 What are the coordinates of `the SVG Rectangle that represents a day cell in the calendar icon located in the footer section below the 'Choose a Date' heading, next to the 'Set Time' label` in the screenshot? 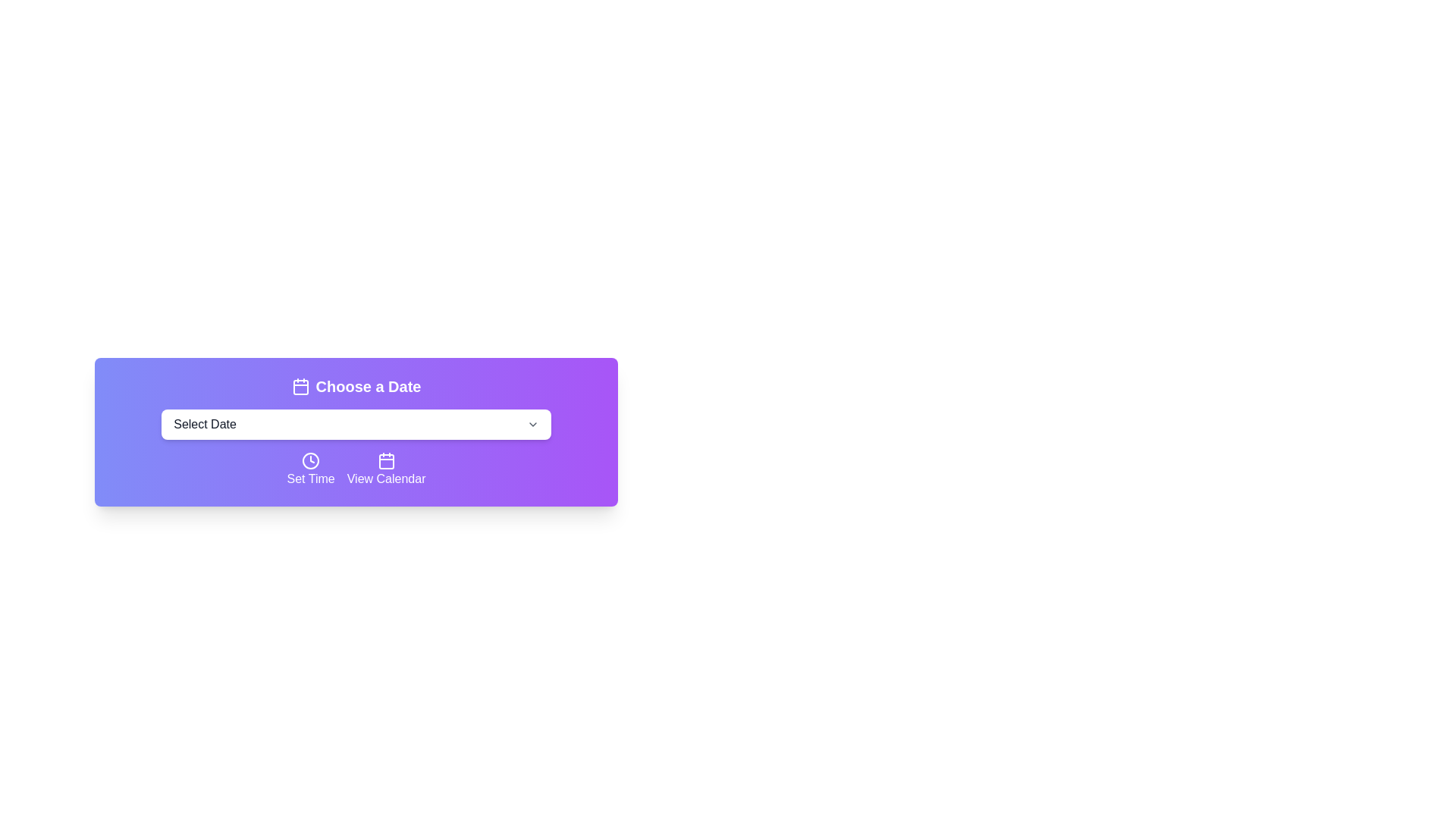 It's located at (386, 461).